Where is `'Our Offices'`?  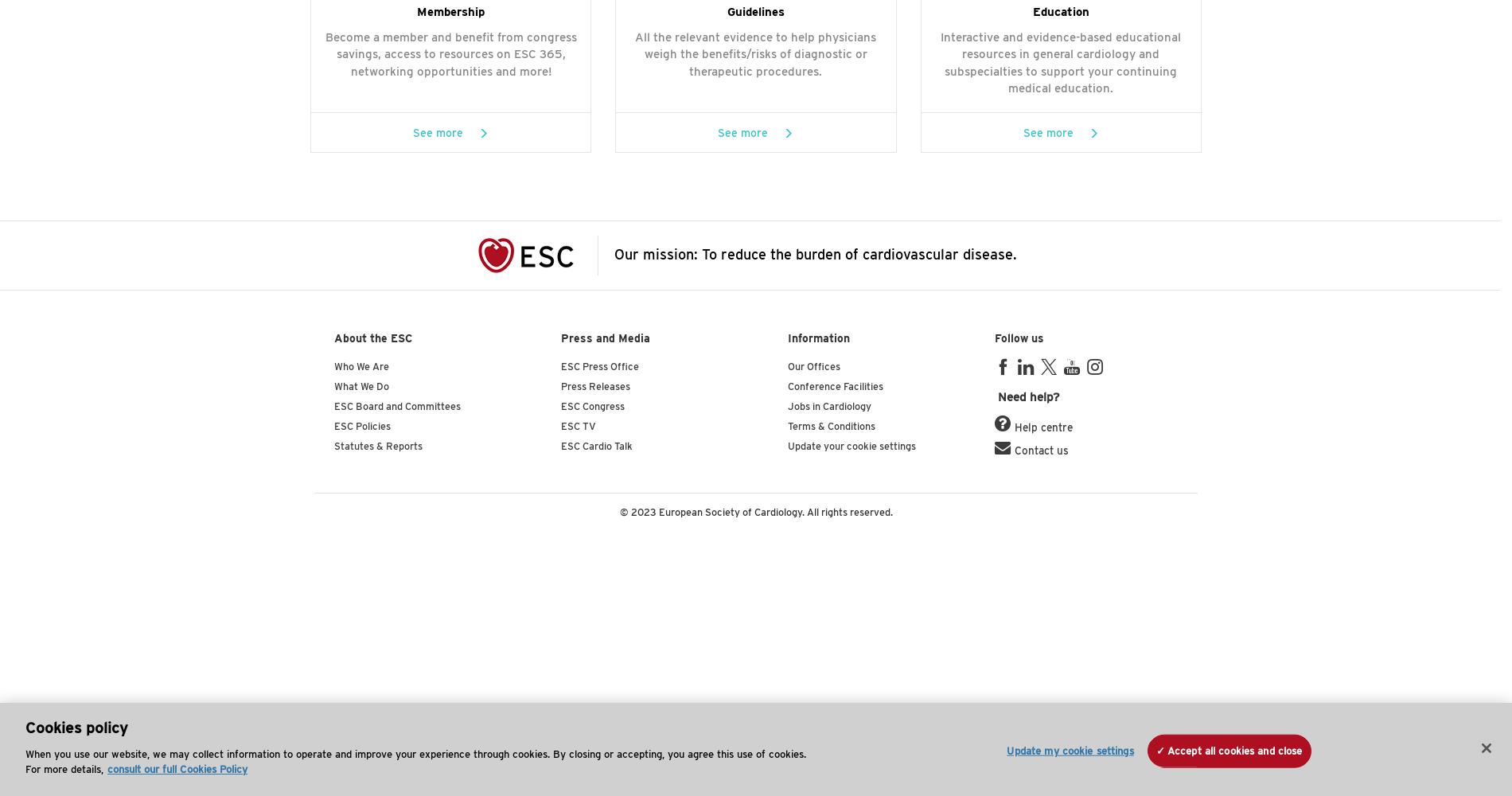
'Our Offices' is located at coordinates (813, 365).